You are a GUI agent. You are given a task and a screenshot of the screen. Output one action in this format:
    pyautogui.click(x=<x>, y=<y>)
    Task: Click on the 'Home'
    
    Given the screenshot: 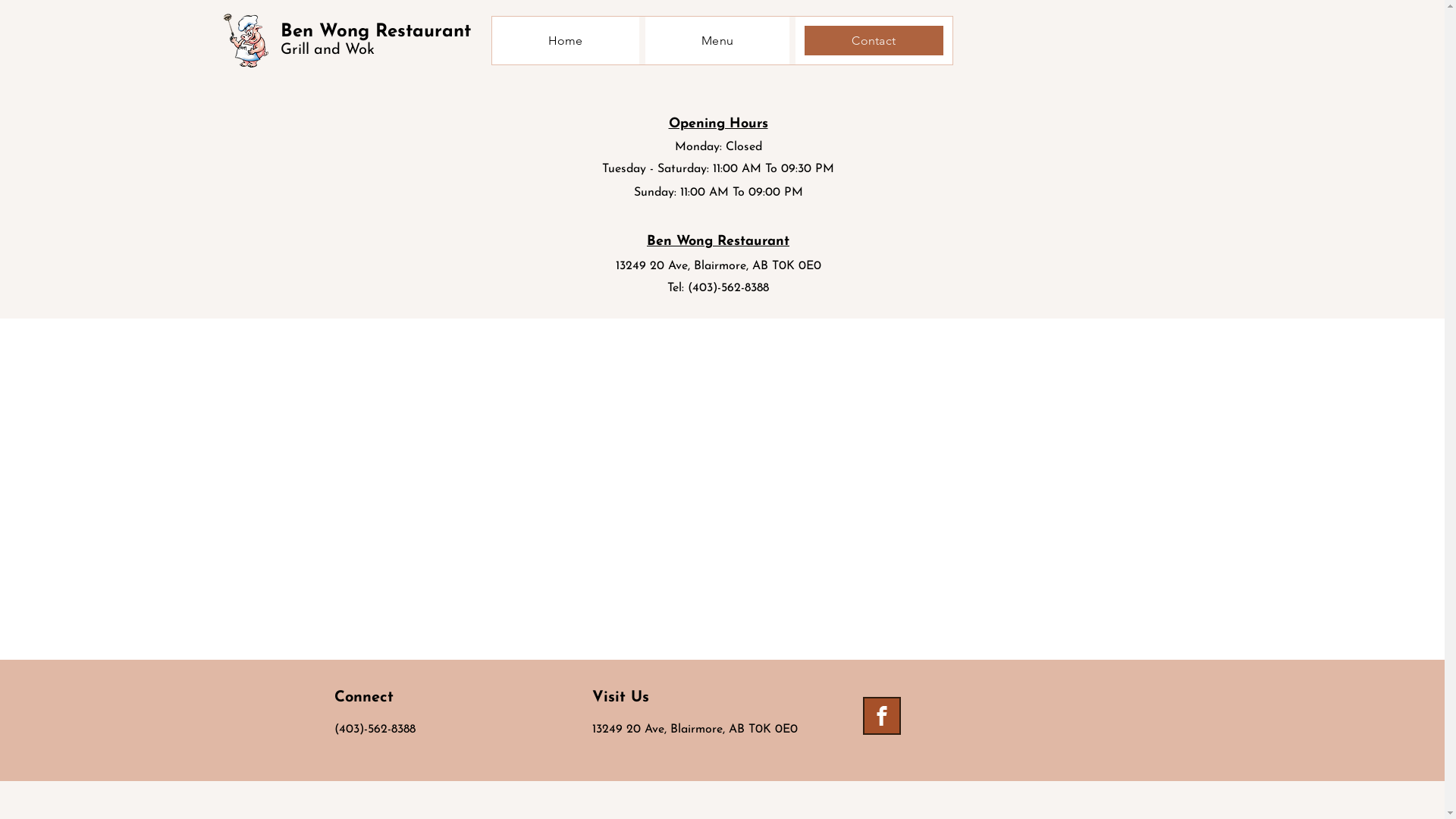 What is the action you would take?
    pyautogui.click(x=563, y=39)
    